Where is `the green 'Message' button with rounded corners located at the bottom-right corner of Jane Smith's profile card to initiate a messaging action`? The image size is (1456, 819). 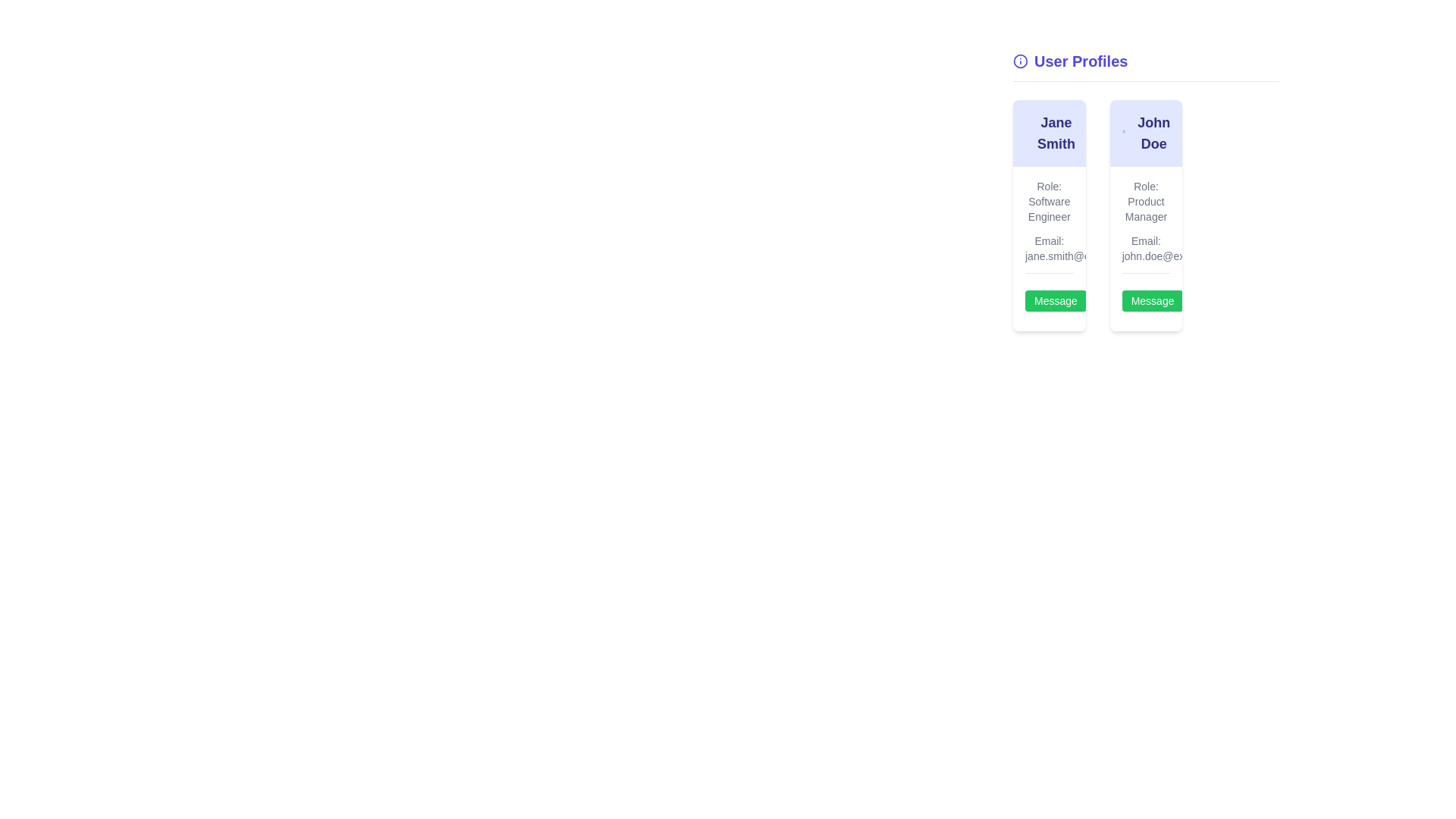 the green 'Message' button with rounded corners located at the bottom-right corner of Jane Smith's profile card to initiate a messaging action is located at coordinates (1048, 296).